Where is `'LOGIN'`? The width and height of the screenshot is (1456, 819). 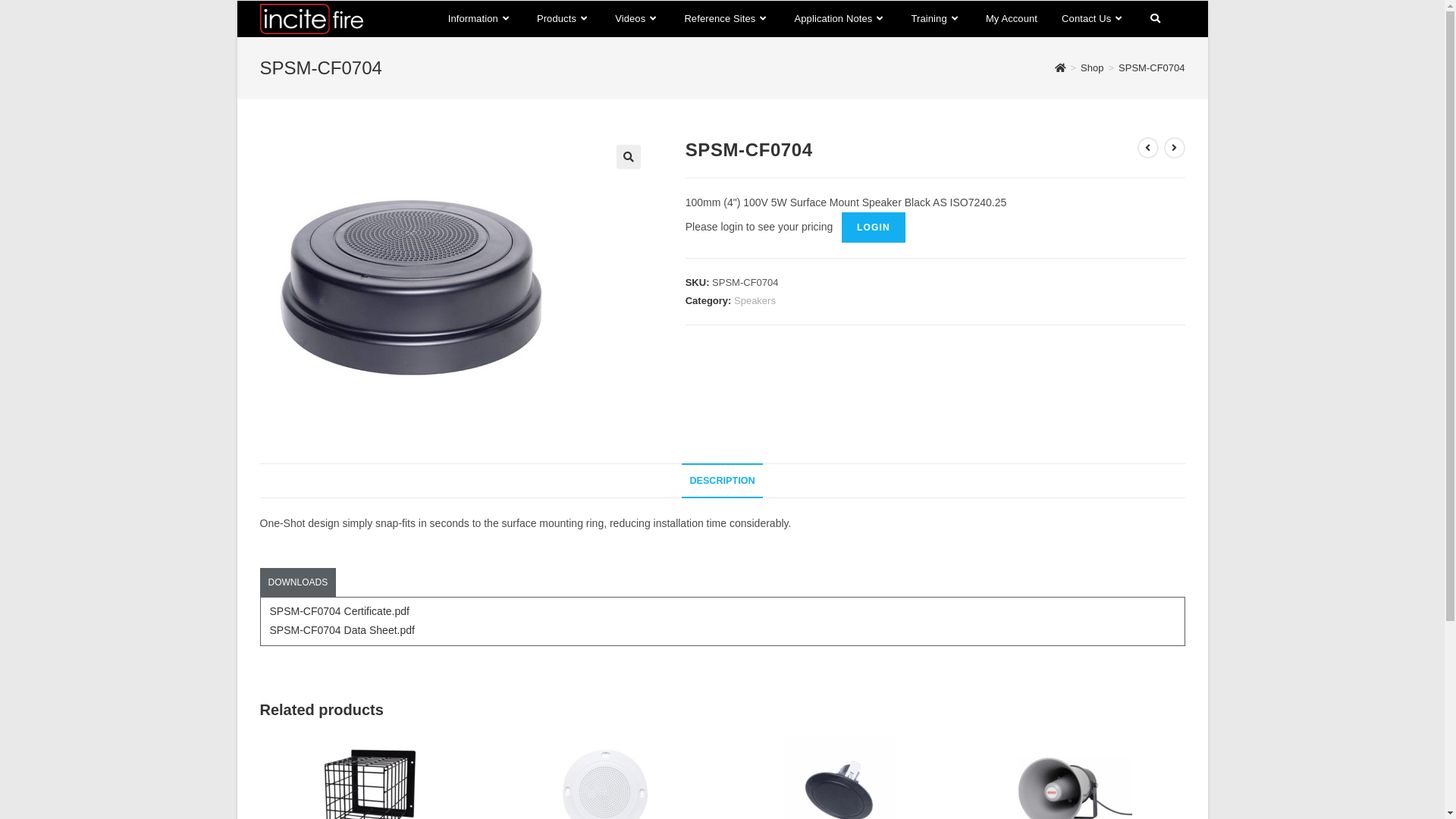 'LOGIN' is located at coordinates (874, 227).